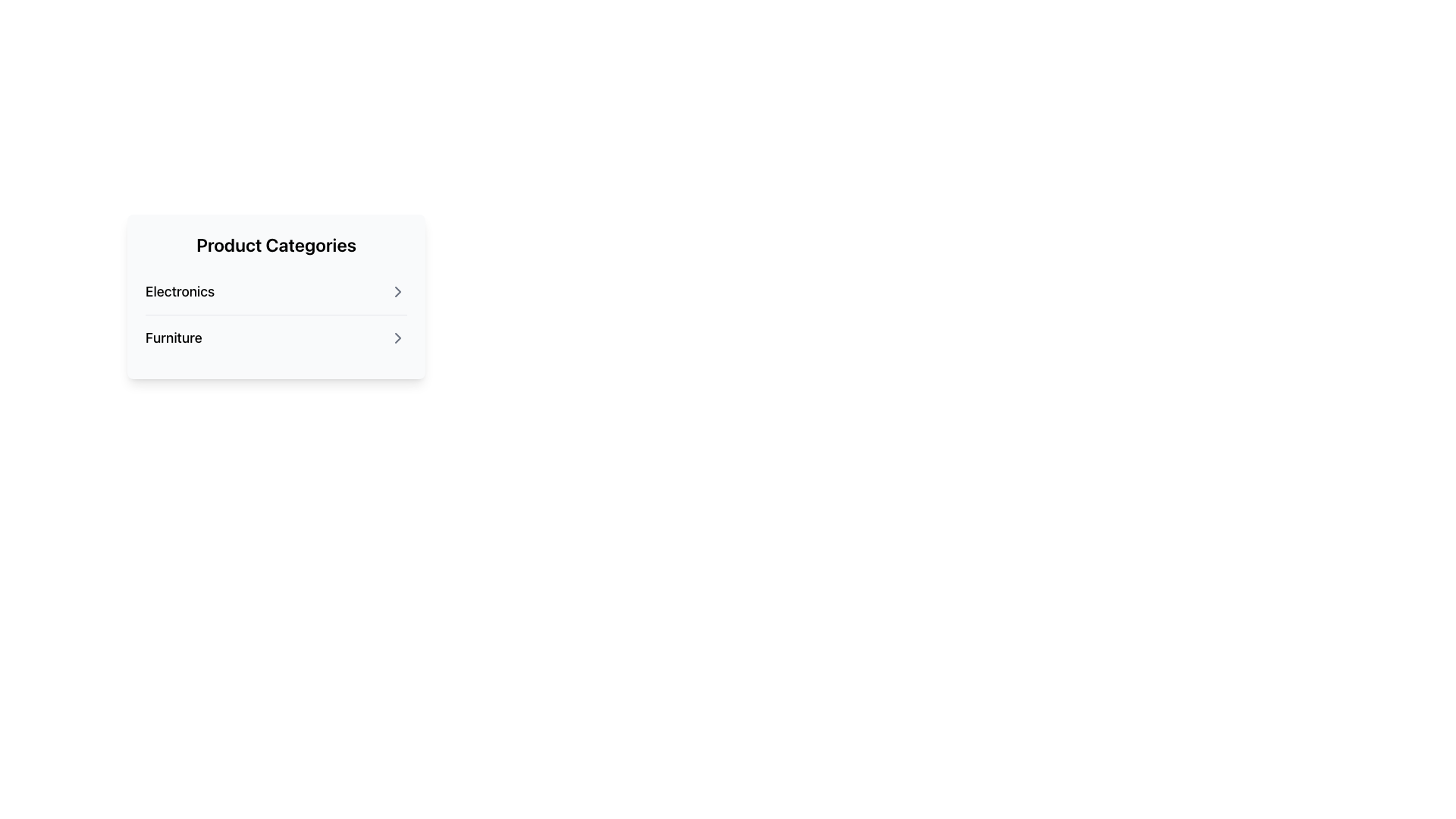  What do you see at coordinates (397, 337) in the screenshot?
I see `the icon button located to the far right of the 'Furniture' text in the 'Product Categories' section` at bounding box center [397, 337].